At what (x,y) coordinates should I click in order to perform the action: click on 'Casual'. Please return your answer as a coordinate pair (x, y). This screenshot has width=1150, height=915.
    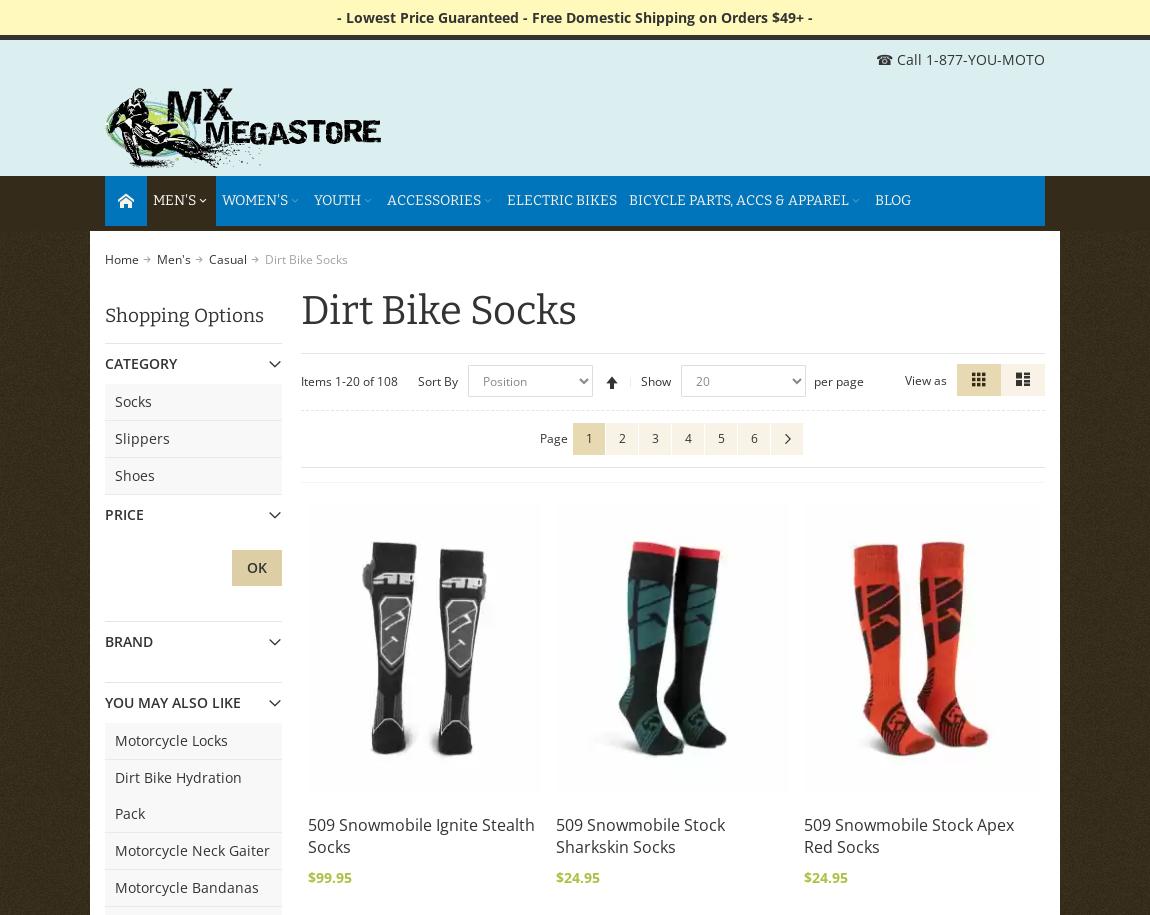
    Looking at the image, I should click on (227, 258).